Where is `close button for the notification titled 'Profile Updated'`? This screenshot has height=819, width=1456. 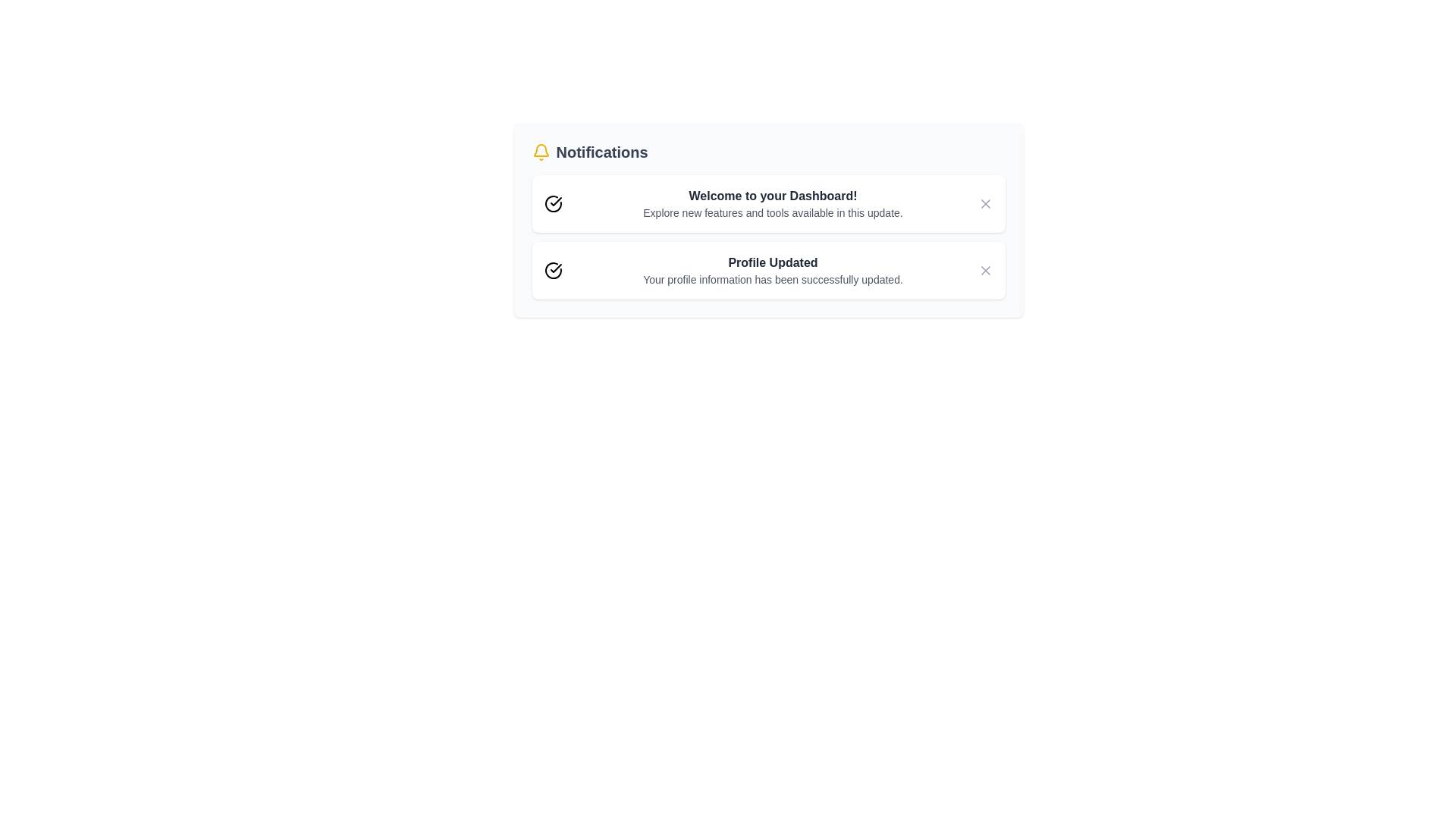 close button for the notification titled 'Profile Updated' is located at coordinates (985, 270).